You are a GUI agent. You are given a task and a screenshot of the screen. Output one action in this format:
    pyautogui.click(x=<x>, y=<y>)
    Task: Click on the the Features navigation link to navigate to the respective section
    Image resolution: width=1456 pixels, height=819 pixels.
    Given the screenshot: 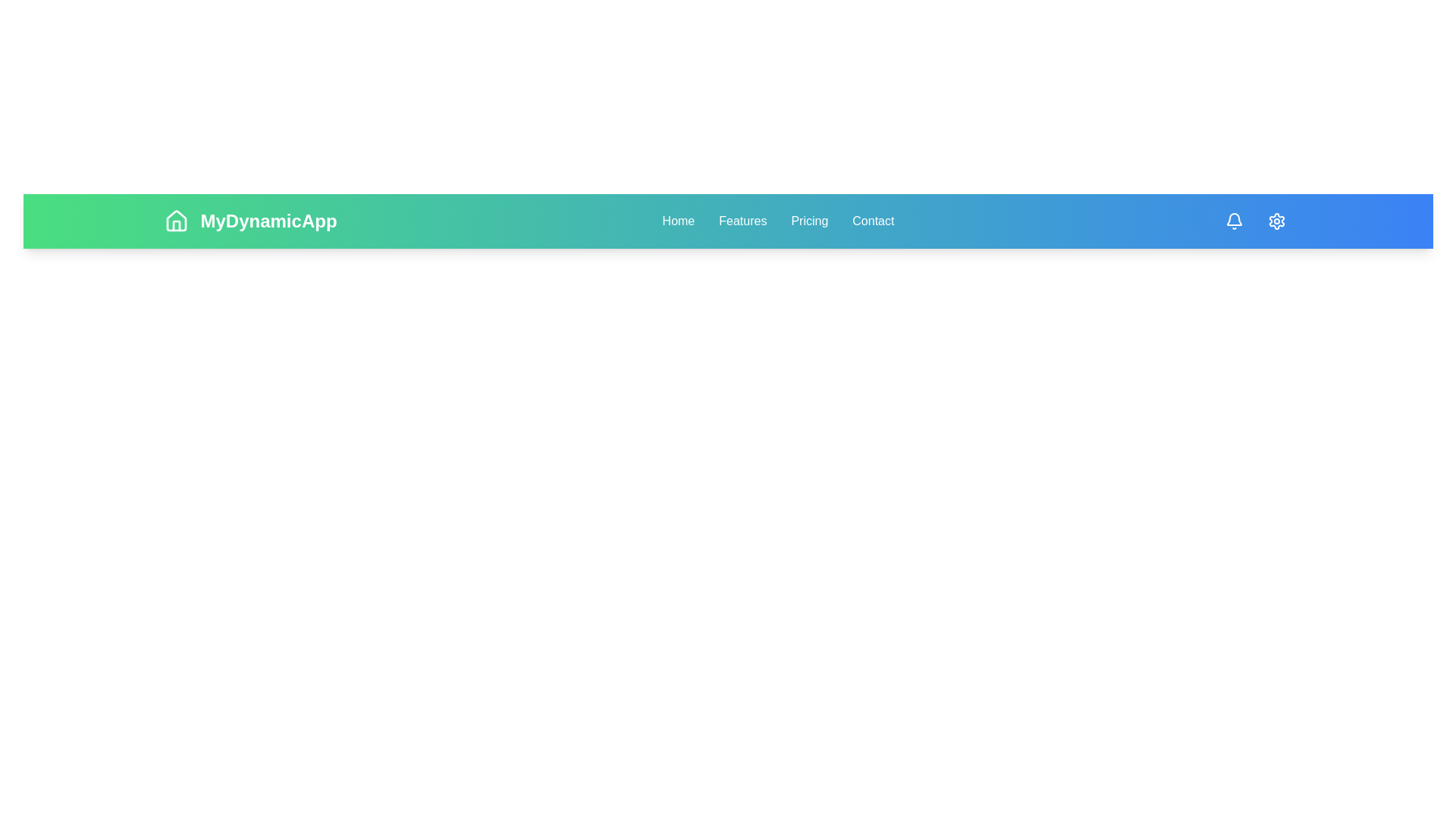 What is the action you would take?
    pyautogui.click(x=742, y=221)
    